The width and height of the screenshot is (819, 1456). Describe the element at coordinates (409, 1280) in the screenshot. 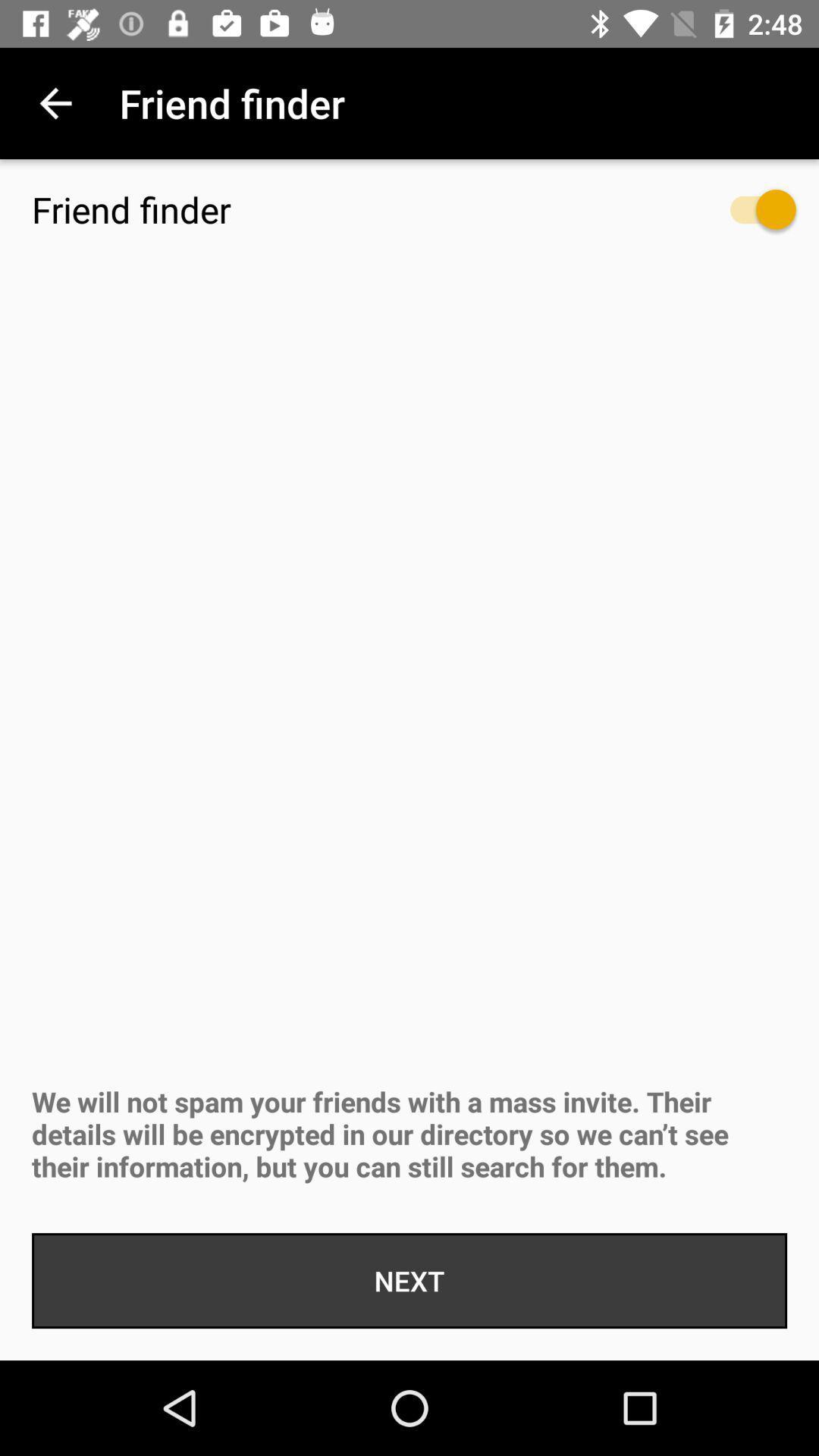

I see `the item below we will not` at that location.